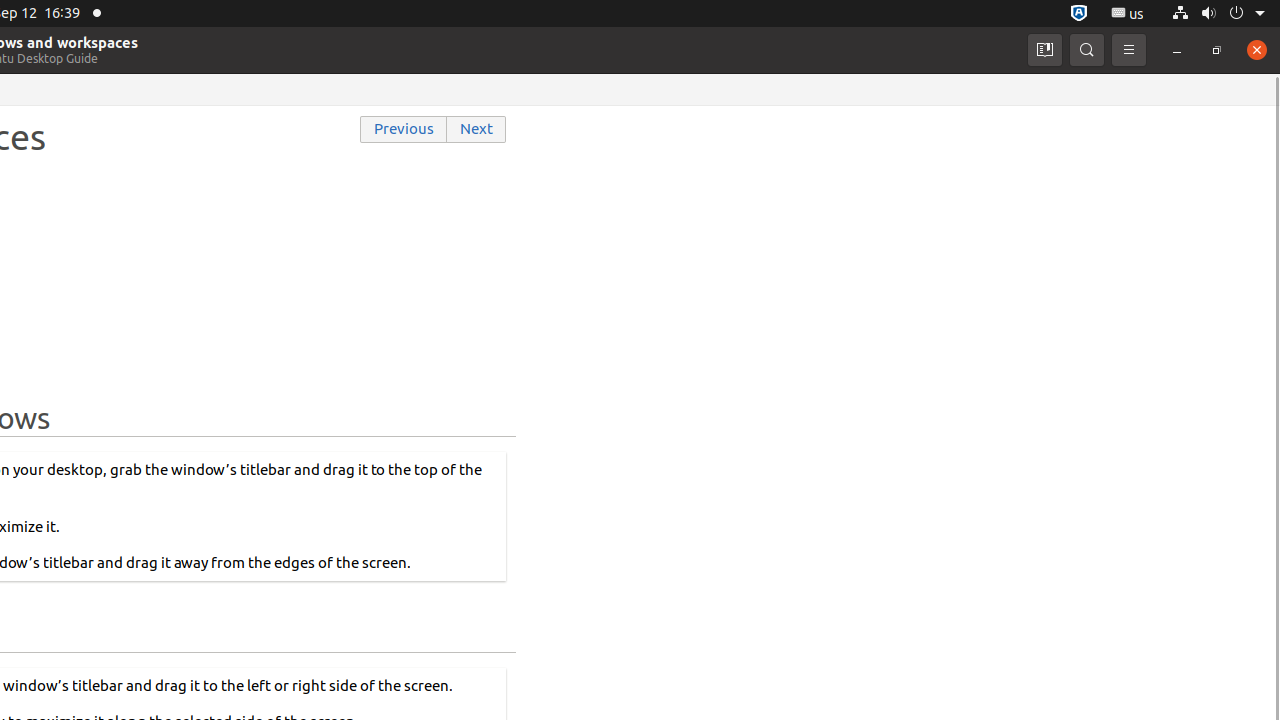  What do you see at coordinates (1255, 48) in the screenshot?
I see `'Close'` at bounding box center [1255, 48].